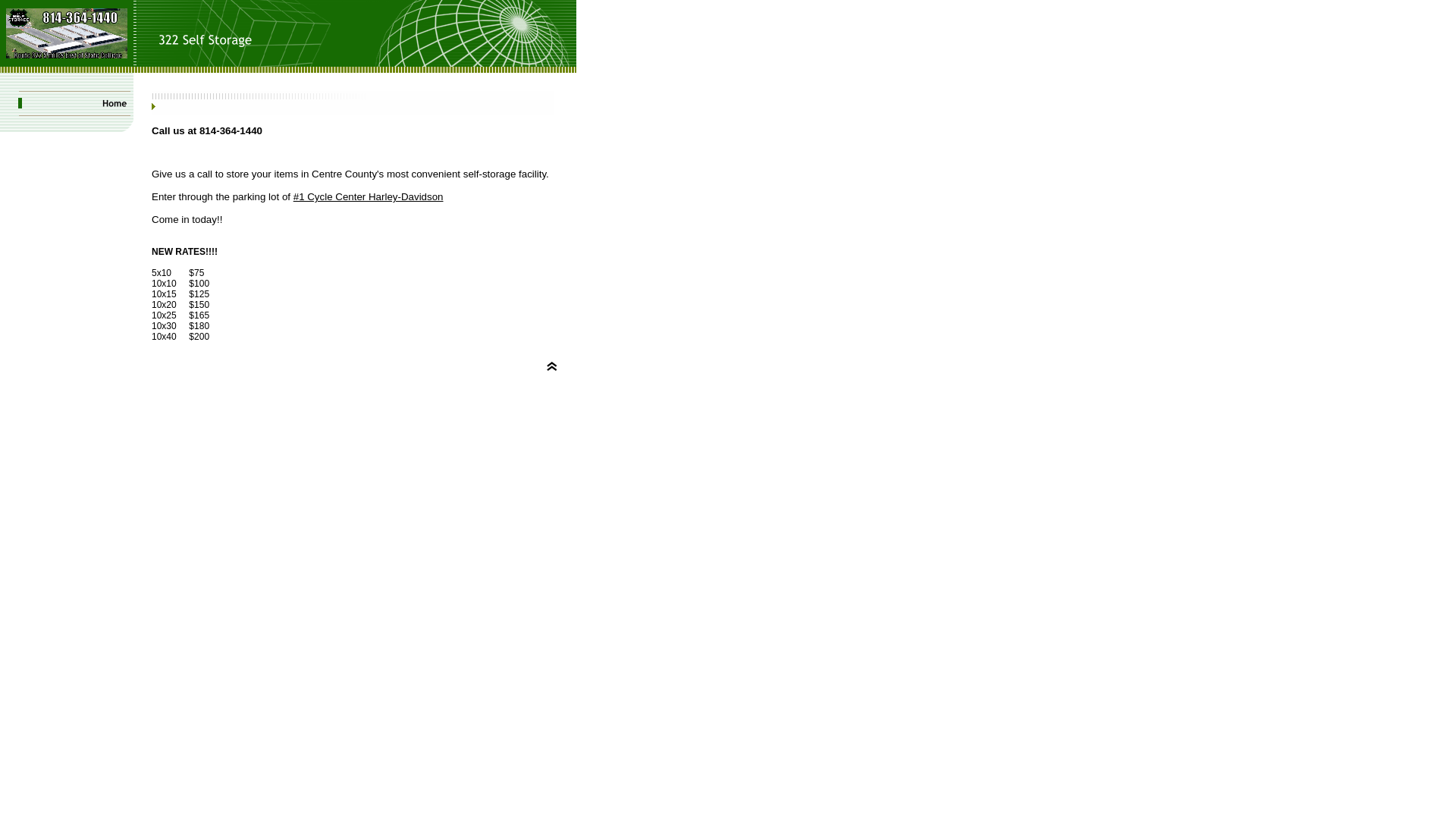 The height and width of the screenshot is (819, 1456). I want to click on '#1 Cycle Center Harley-Davidson', so click(368, 196).